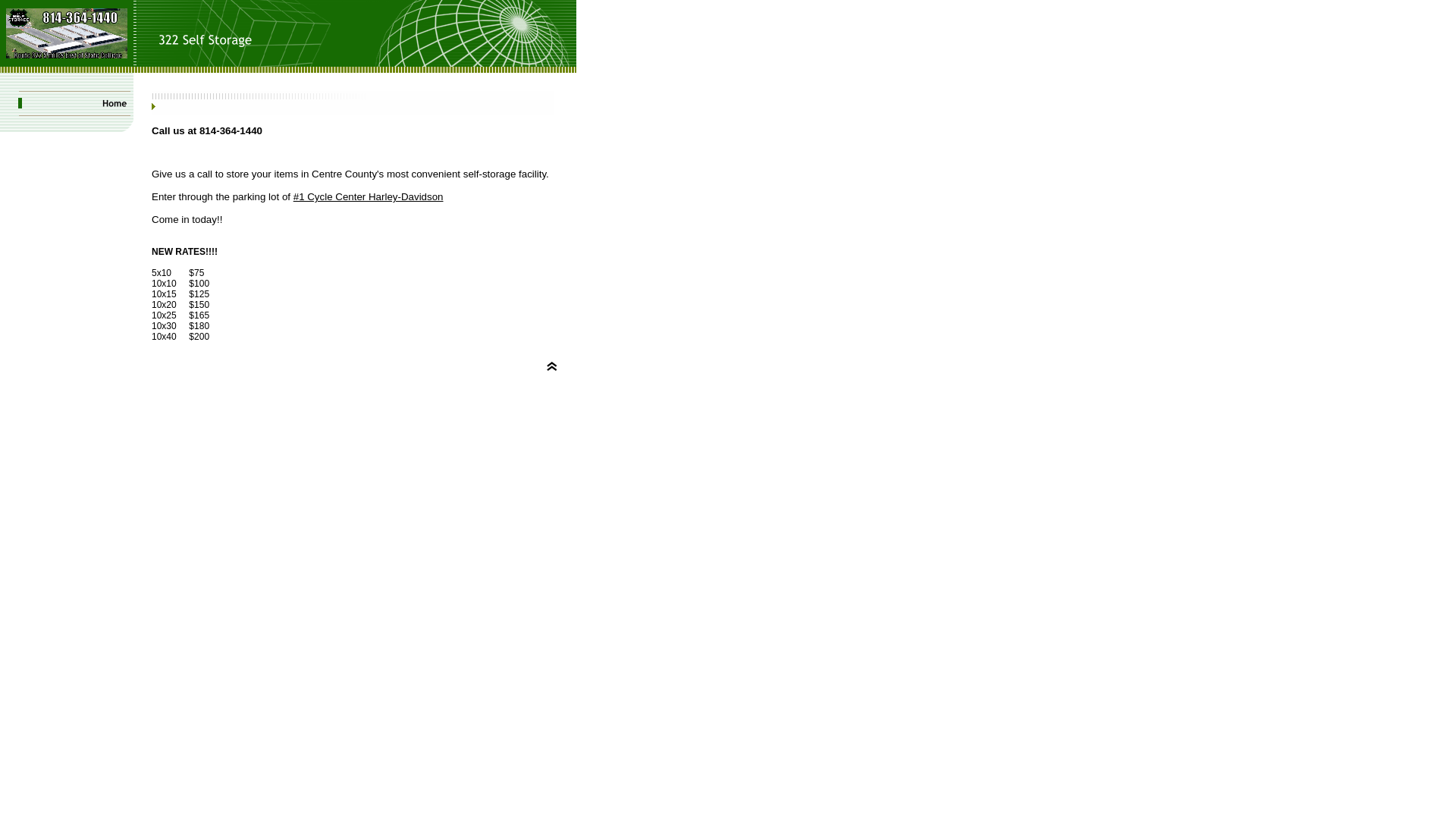 The height and width of the screenshot is (819, 1456). I want to click on '#1 Cycle Center Harley-Davidson', so click(368, 196).